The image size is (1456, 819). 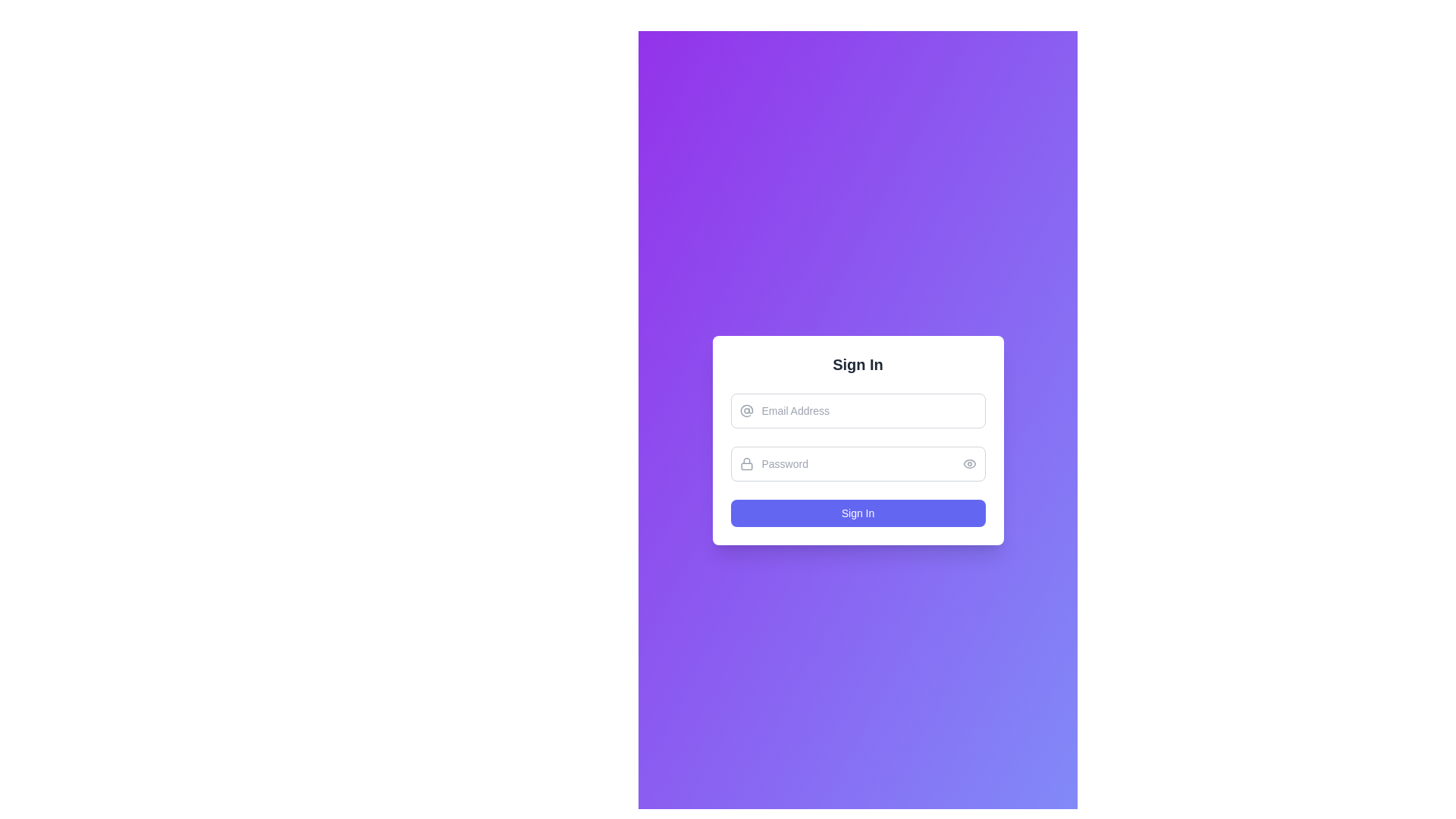 What do you see at coordinates (746, 463) in the screenshot?
I see `the Decorative icon representing a lock, which visually indicates that the adjacent input field is for securely entering a password` at bounding box center [746, 463].